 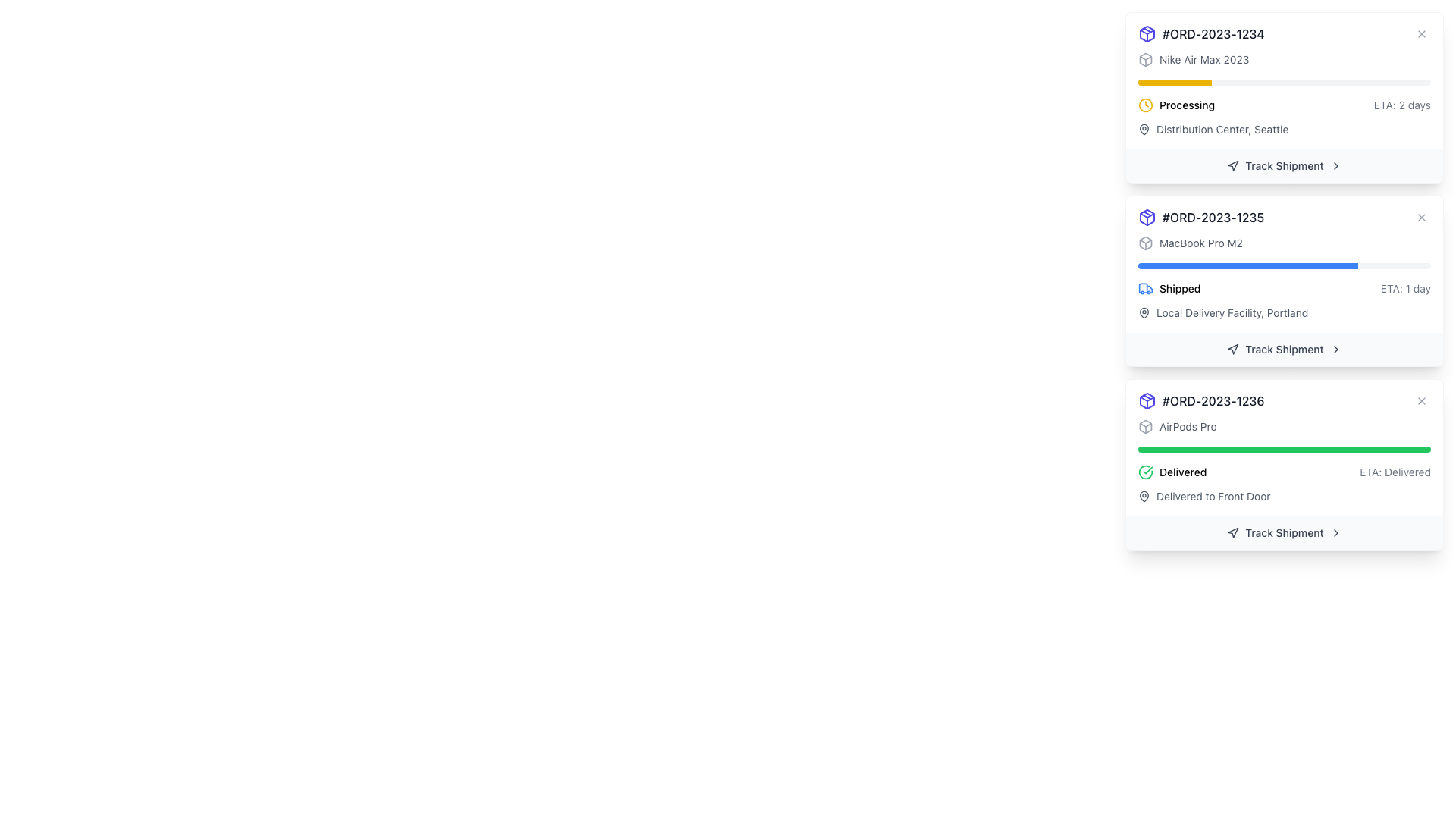 What do you see at coordinates (1284, 128) in the screenshot?
I see `the text label 'Distribution Center, Seattle' which is styled in a smaller font size with lighter gray color, located below the 'Processing' label and to the right of a small map pin icon within the card labeled '#ORD-2023-1234'` at bounding box center [1284, 128].